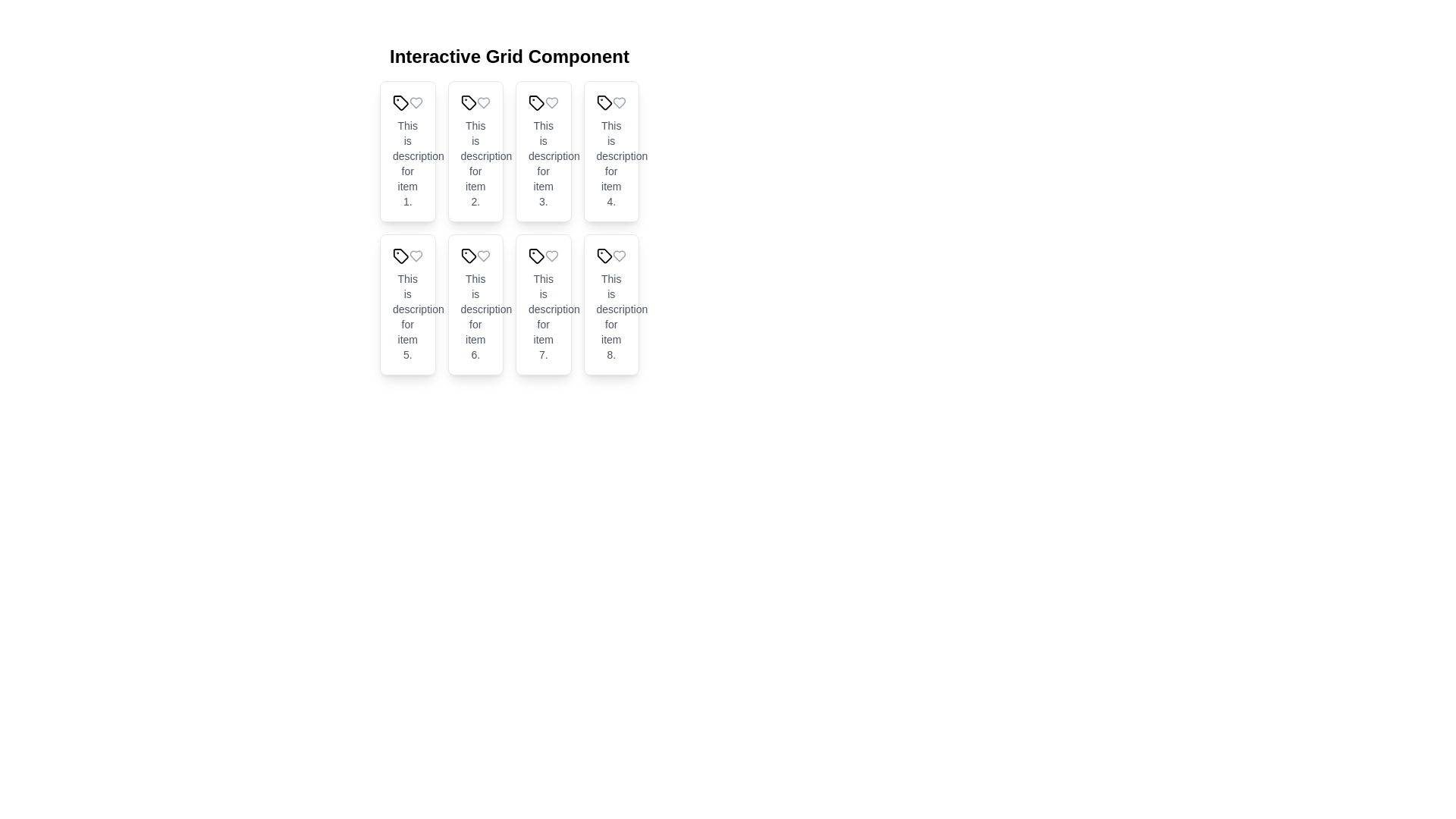 The image size is (1456, 819). What do you see at coordinates (407, 256) in the screenshot?
I see `the icon with a tag symbol, located in the fifth card of the grid layout, positioned above the card description text` at bounding box center [407, 256].